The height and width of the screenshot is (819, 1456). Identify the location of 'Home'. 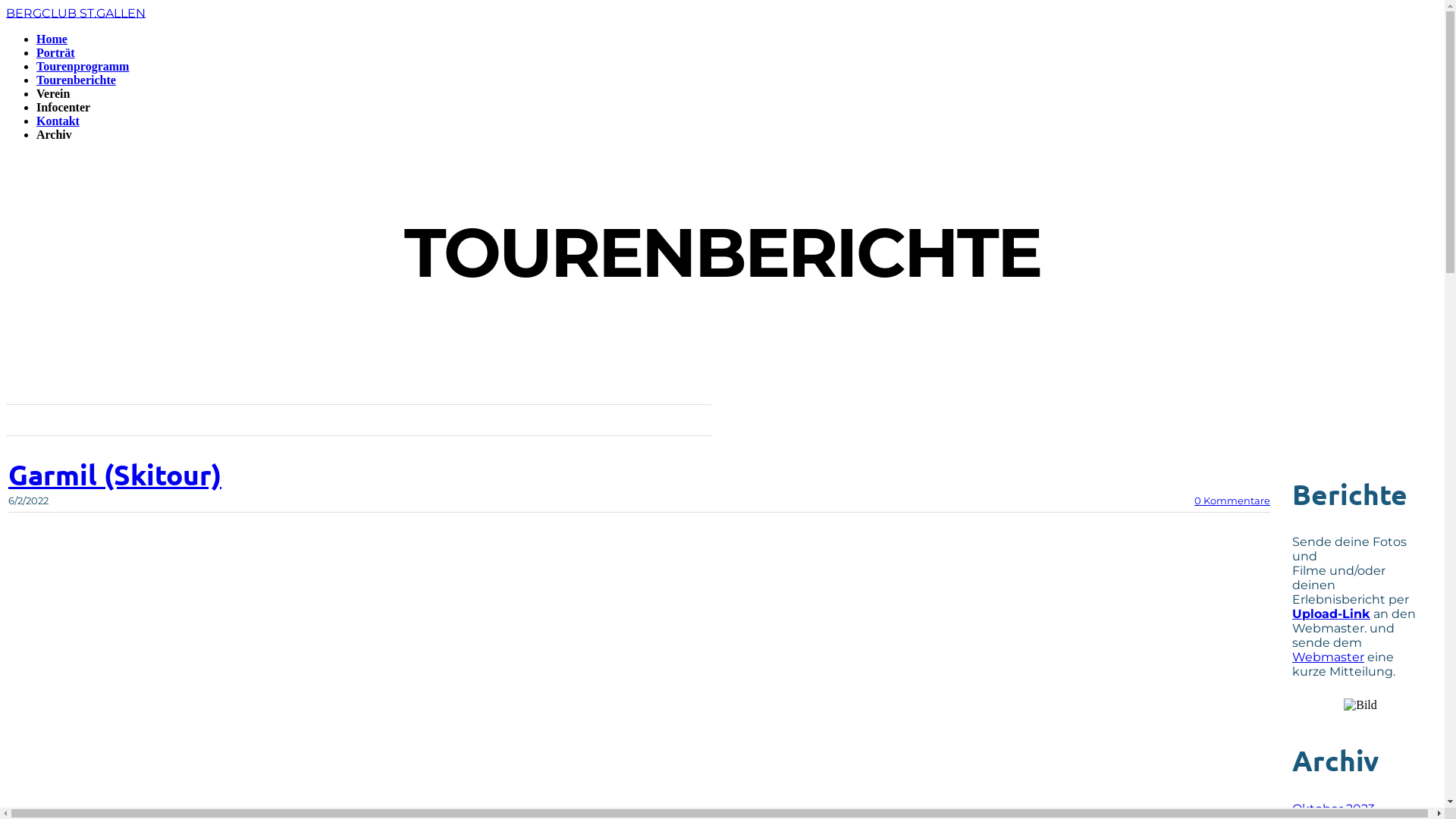
(52, 38).